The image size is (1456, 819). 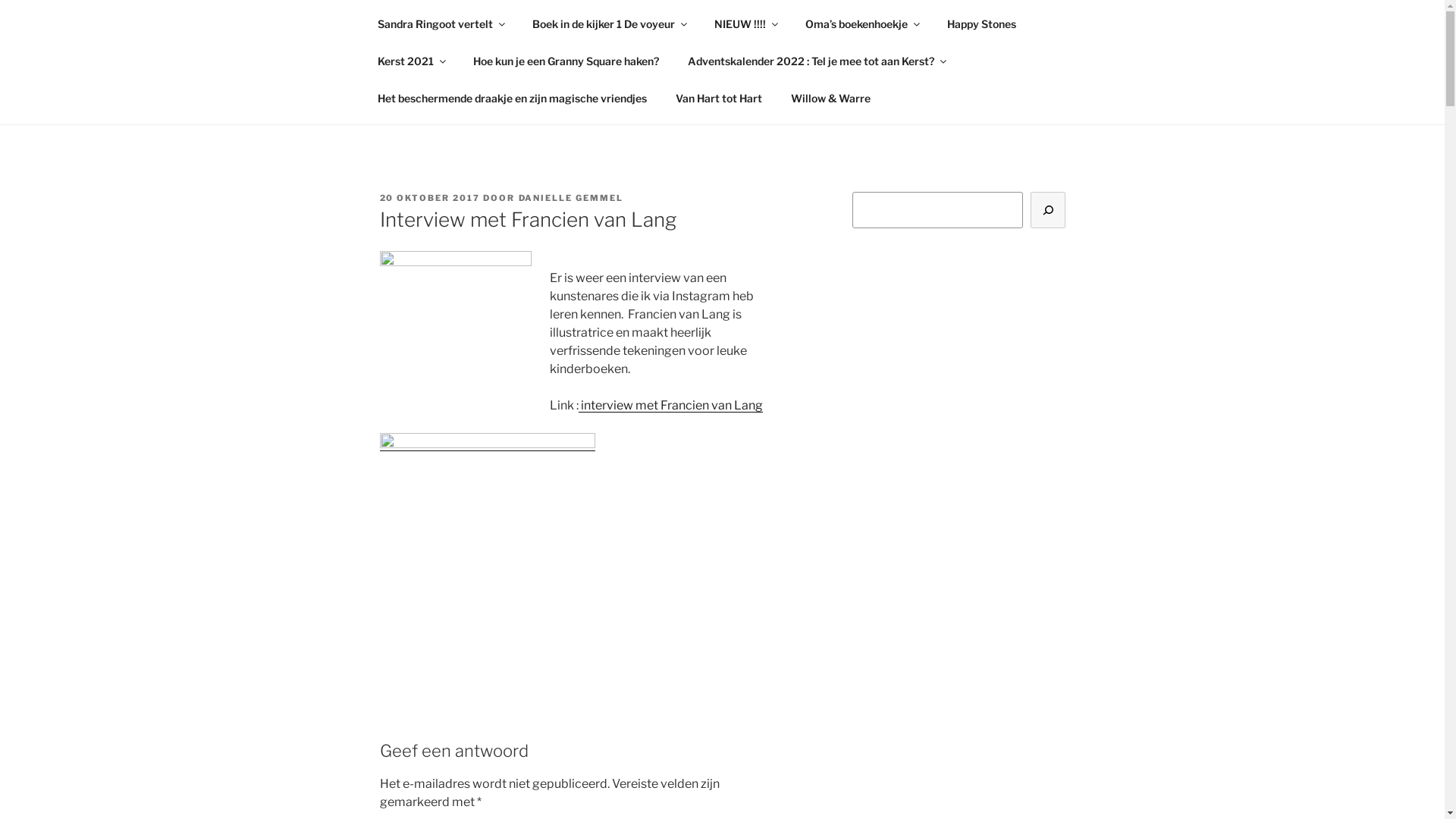 What do you see at coordinates (982, 23) in the screenshot?
I see `'Happy Stones'` at bounding box center [982, 23].